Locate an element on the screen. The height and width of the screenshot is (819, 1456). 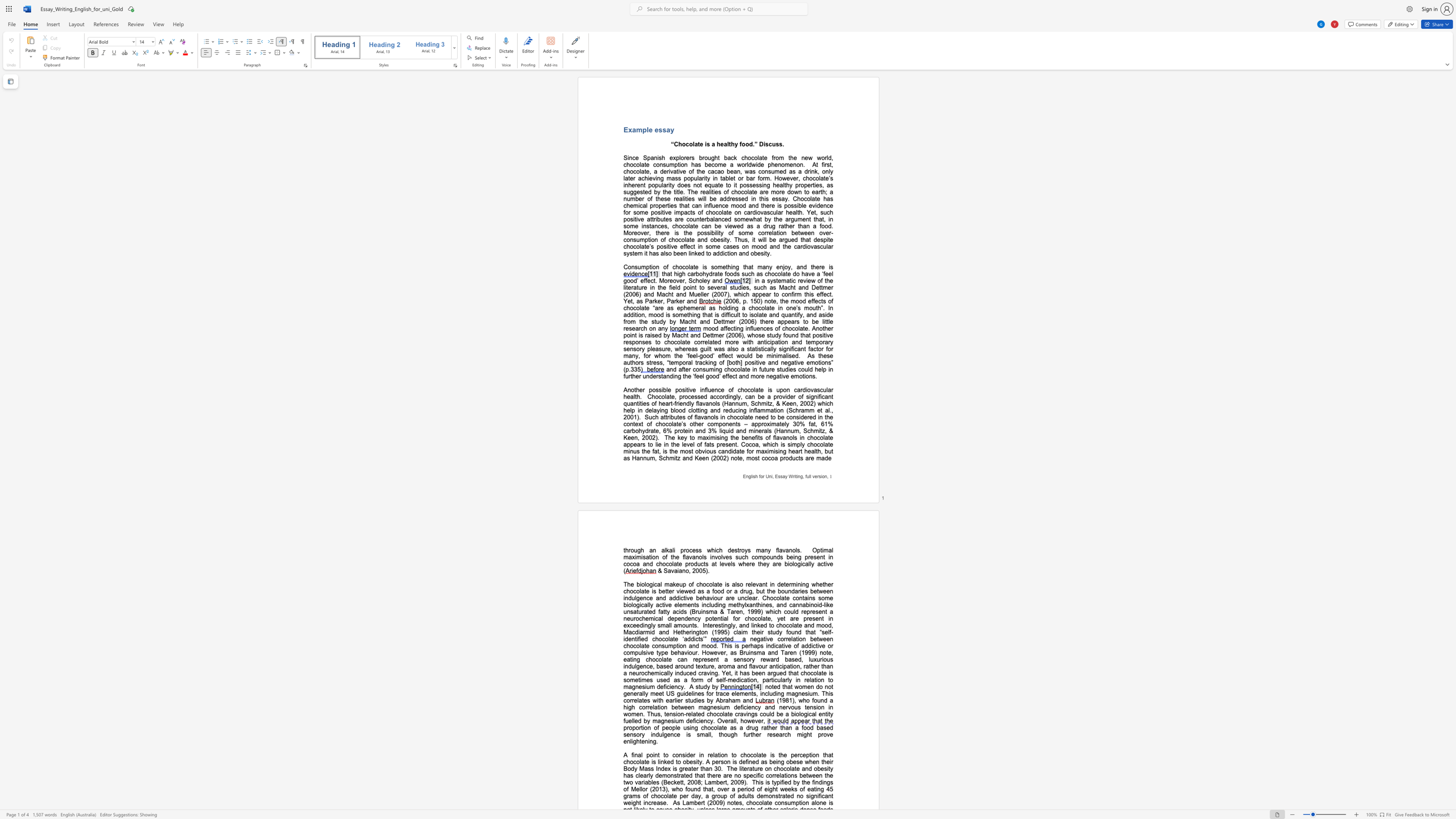
the subset text "rall" within the text "generally meet" is located at coordinates (637, 693).